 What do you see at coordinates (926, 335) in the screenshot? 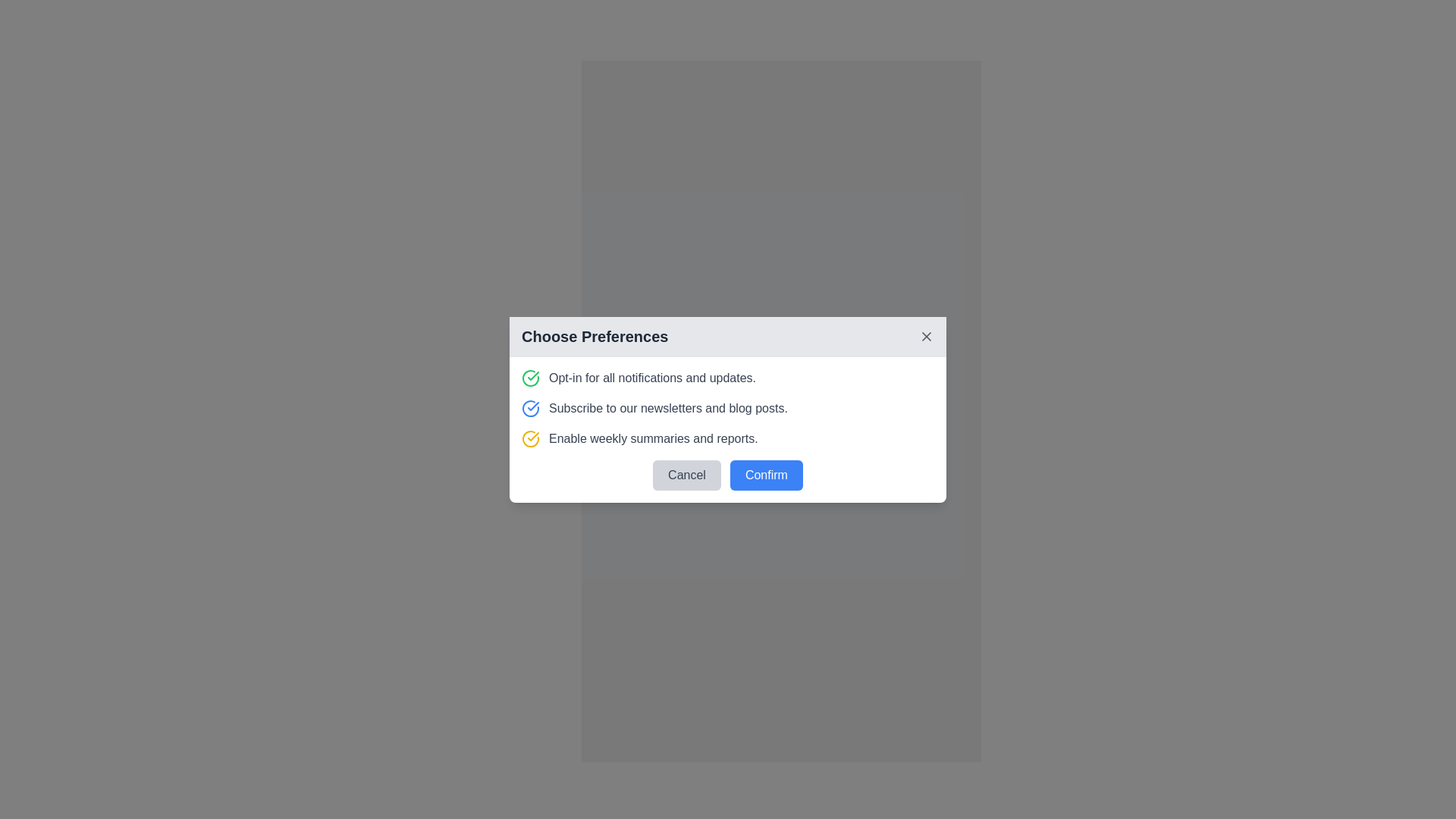
I see `the close button located at the top-right corner of the 'Choose Preferences' modal header` at bounding box center [926, 335].